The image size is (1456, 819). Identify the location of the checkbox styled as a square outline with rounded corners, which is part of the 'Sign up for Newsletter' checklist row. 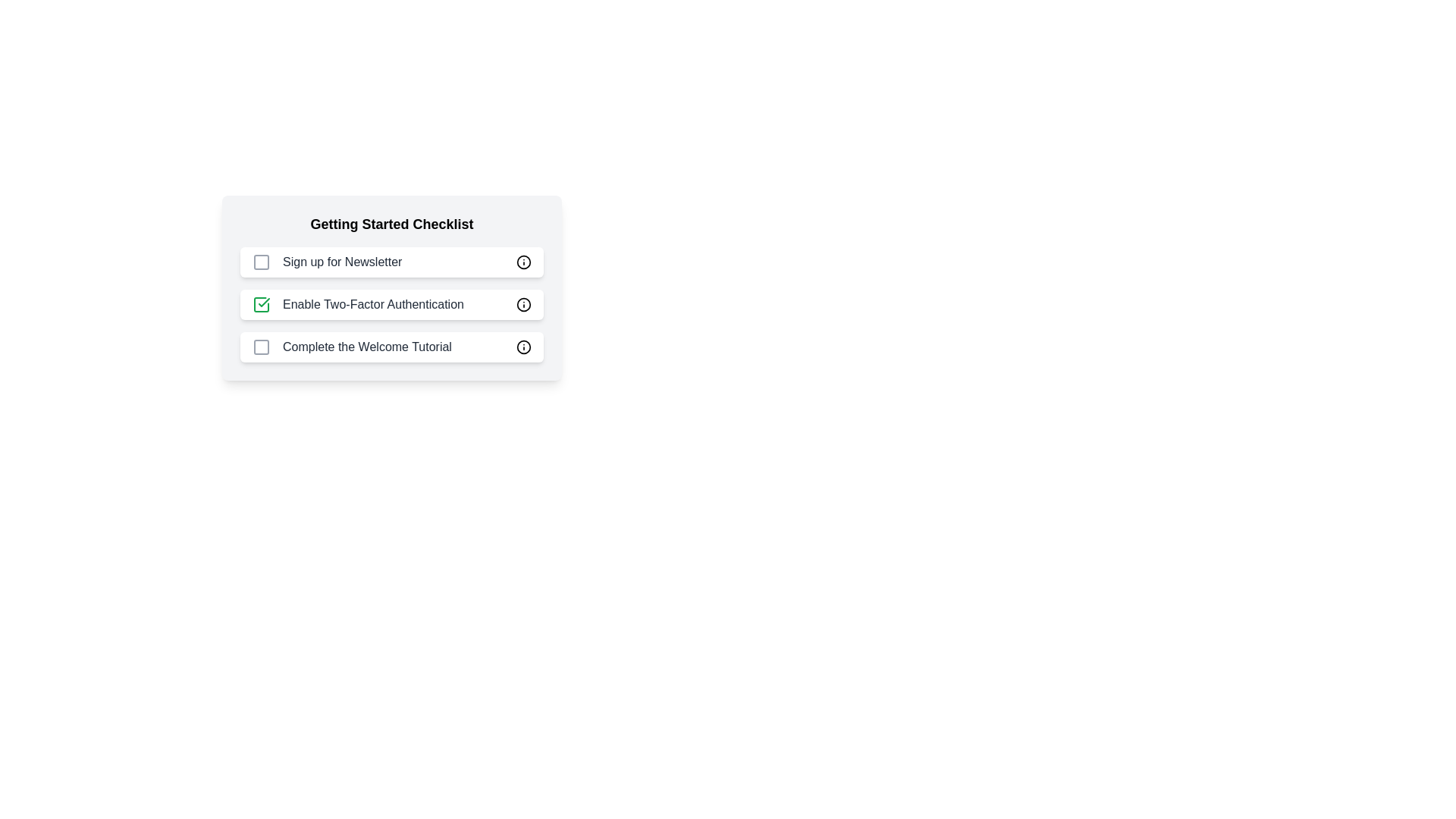
(262, 262).